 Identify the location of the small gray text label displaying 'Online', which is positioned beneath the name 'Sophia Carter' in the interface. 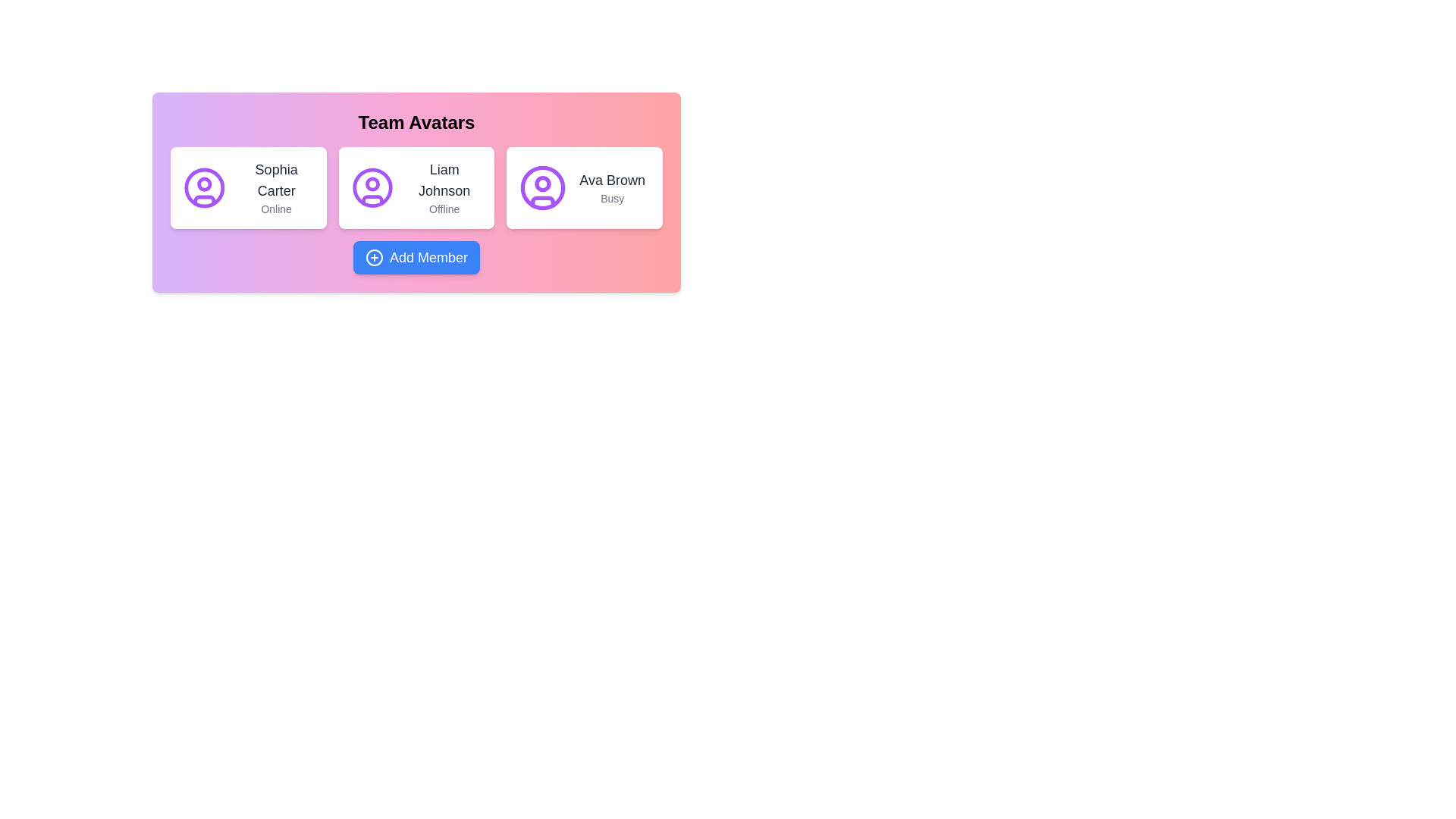
(276, 209).